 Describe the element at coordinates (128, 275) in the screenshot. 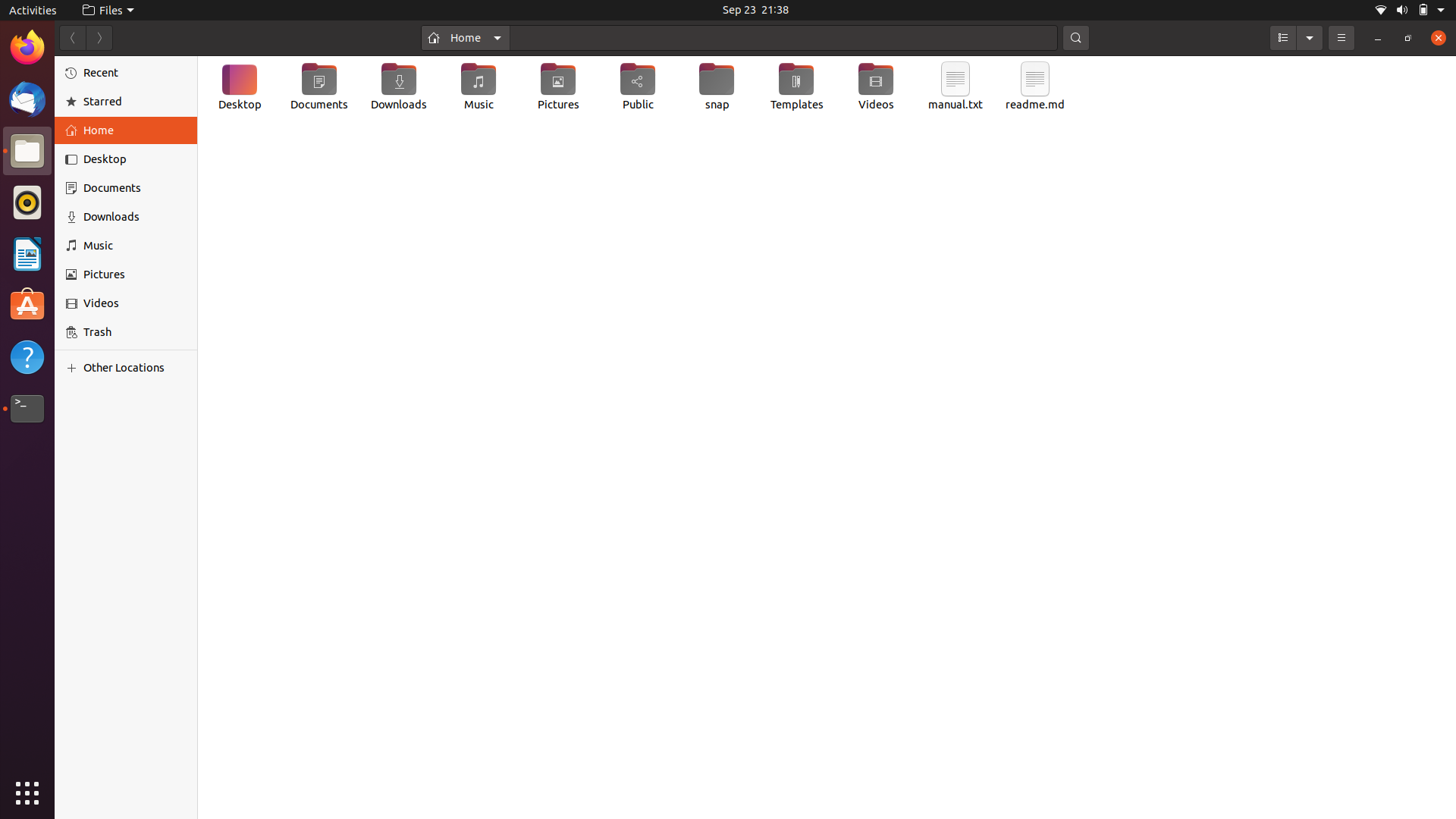

I see `Go to the "Pictures" tab on the screen` at that location.